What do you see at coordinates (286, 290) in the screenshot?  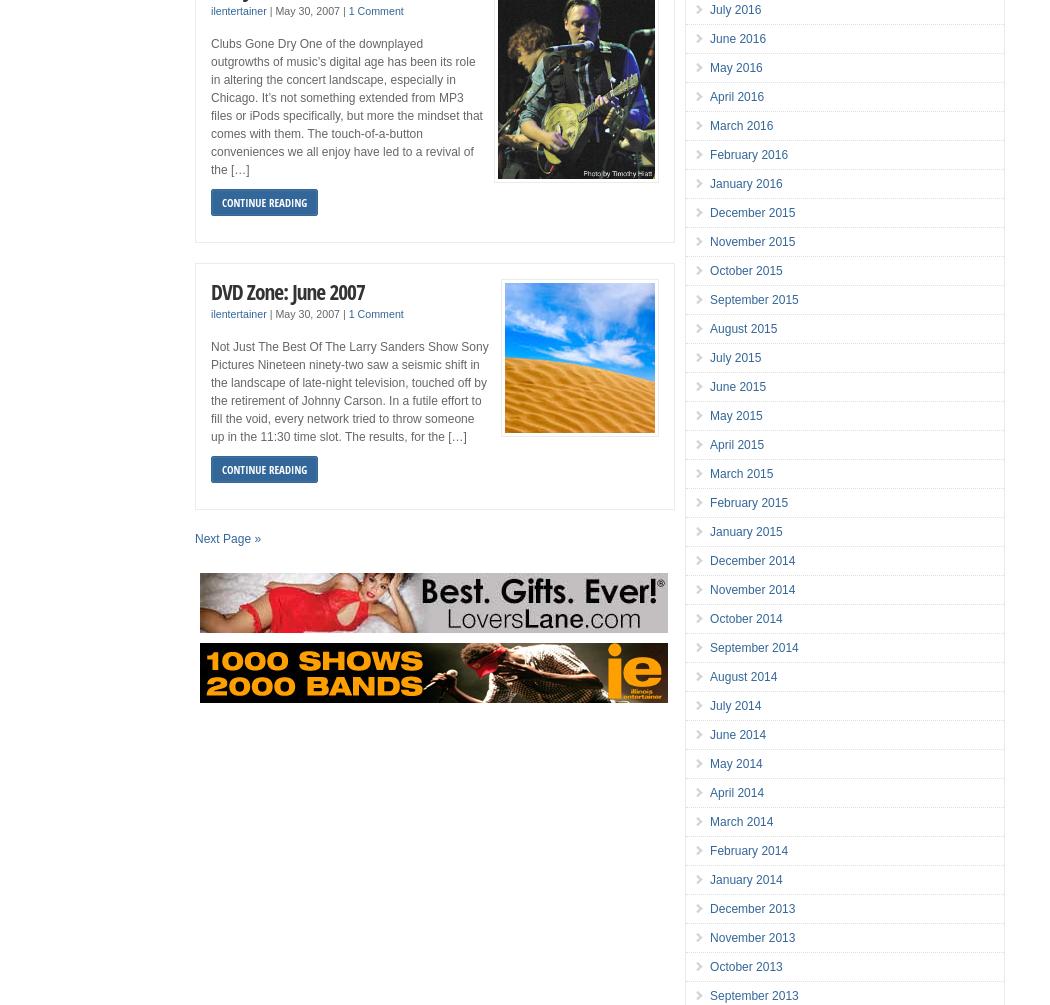 I see `'DVD Zone: June 2007'` at bounding box center [286, 290].